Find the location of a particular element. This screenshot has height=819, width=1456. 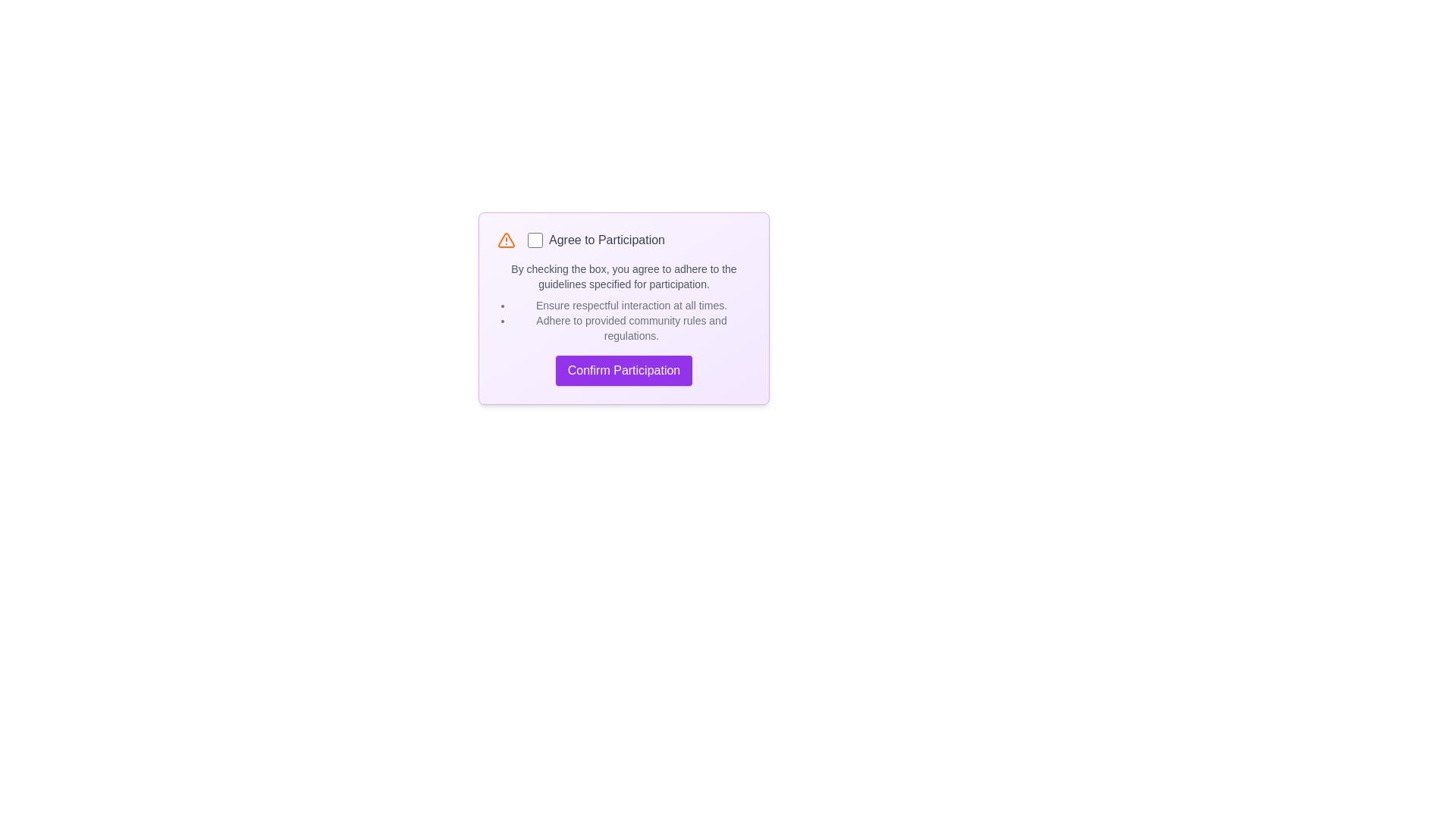

the confirm participation button located at the bottom of the light purple card containing instructions is located at coordinates (623, 371).